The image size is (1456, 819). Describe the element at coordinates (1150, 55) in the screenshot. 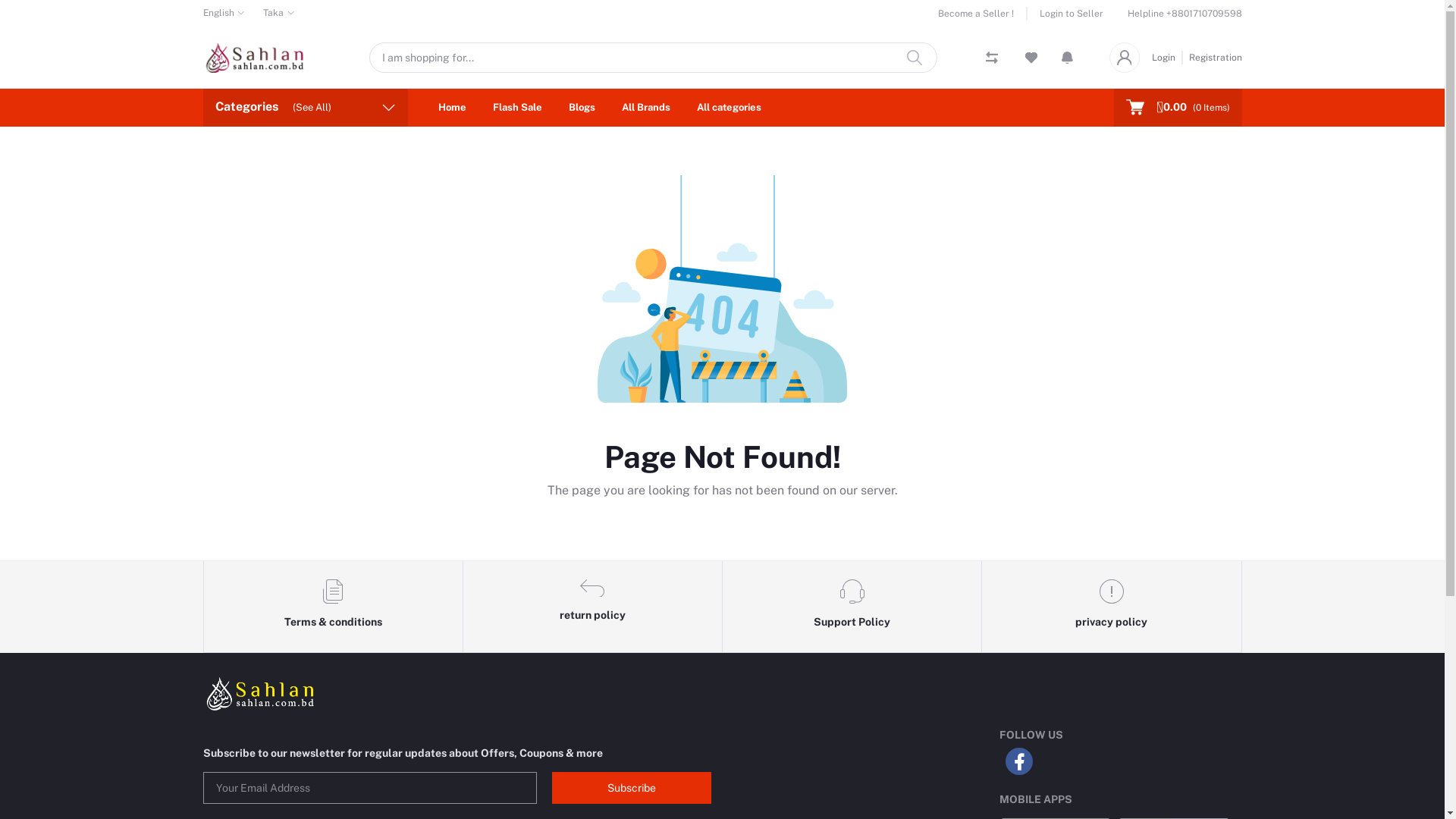

I see `'Login'` at that location.